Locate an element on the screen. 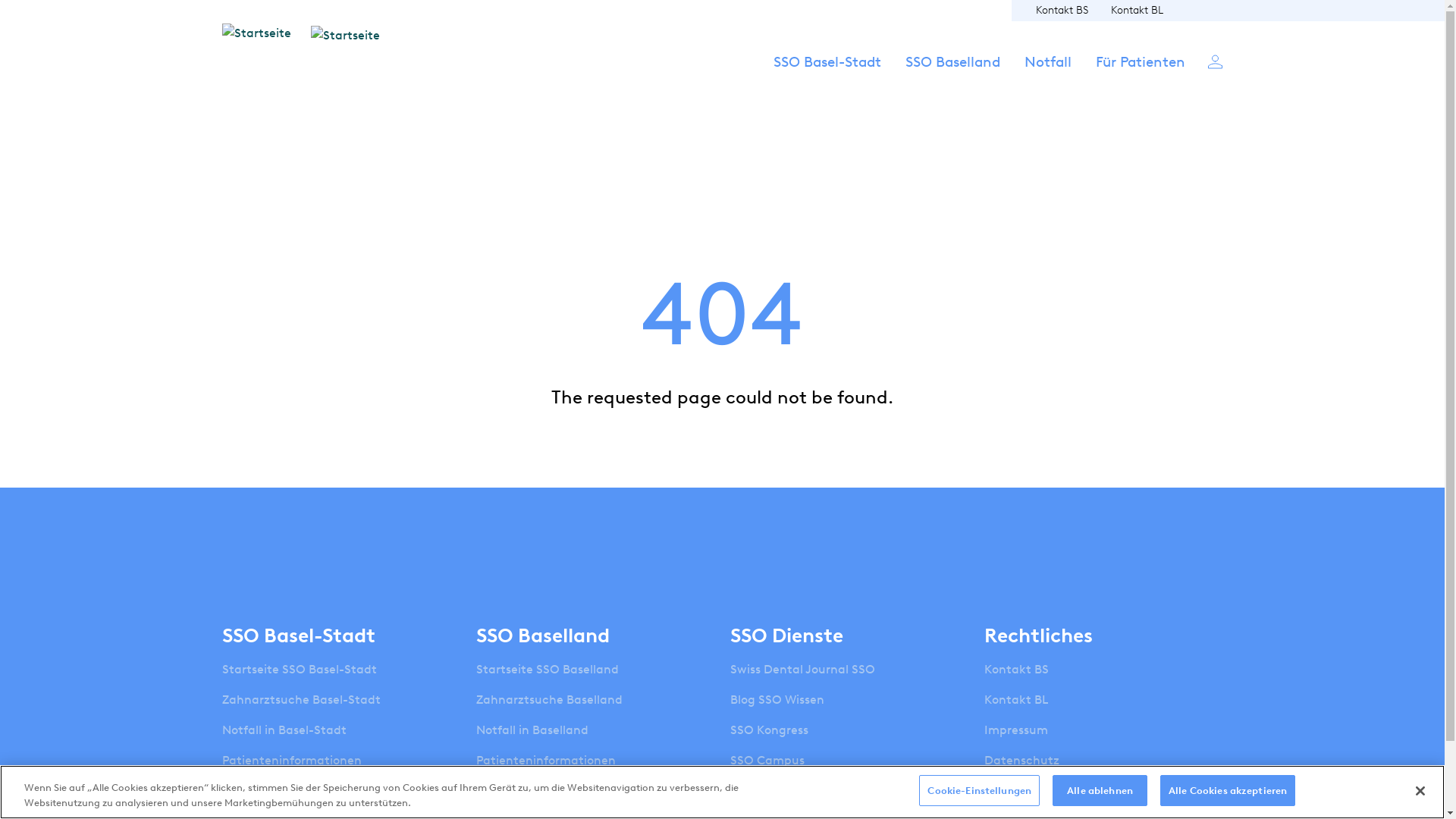 Image resolution: width=1456 pixels, height=819 pixels. 'Cookie-Einstellungen' is located at coordinates (979, 789).